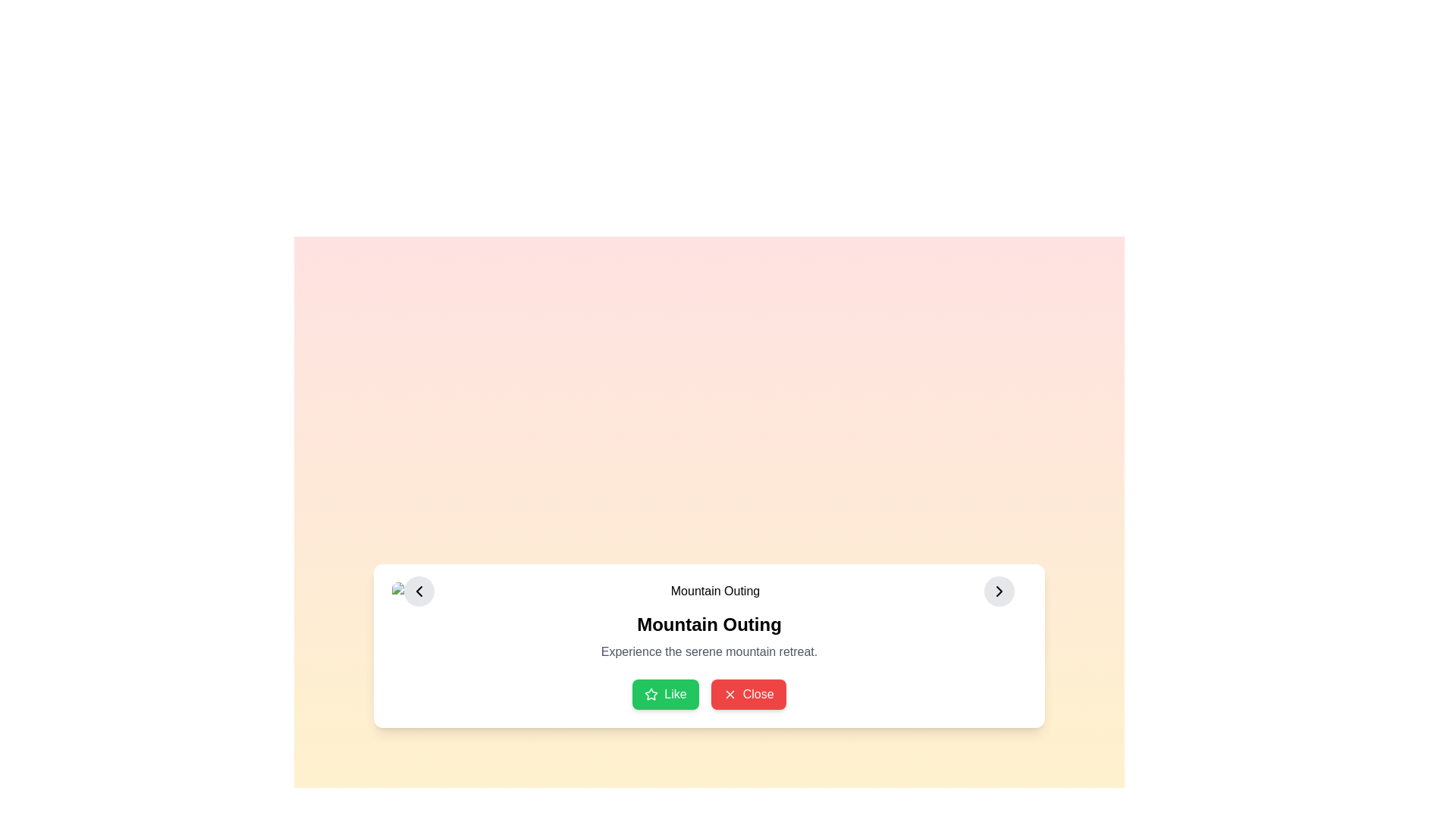 The image size is (1456, 819). I want to click on the like button located in the footer of the modal dialog, so click(666, 694).